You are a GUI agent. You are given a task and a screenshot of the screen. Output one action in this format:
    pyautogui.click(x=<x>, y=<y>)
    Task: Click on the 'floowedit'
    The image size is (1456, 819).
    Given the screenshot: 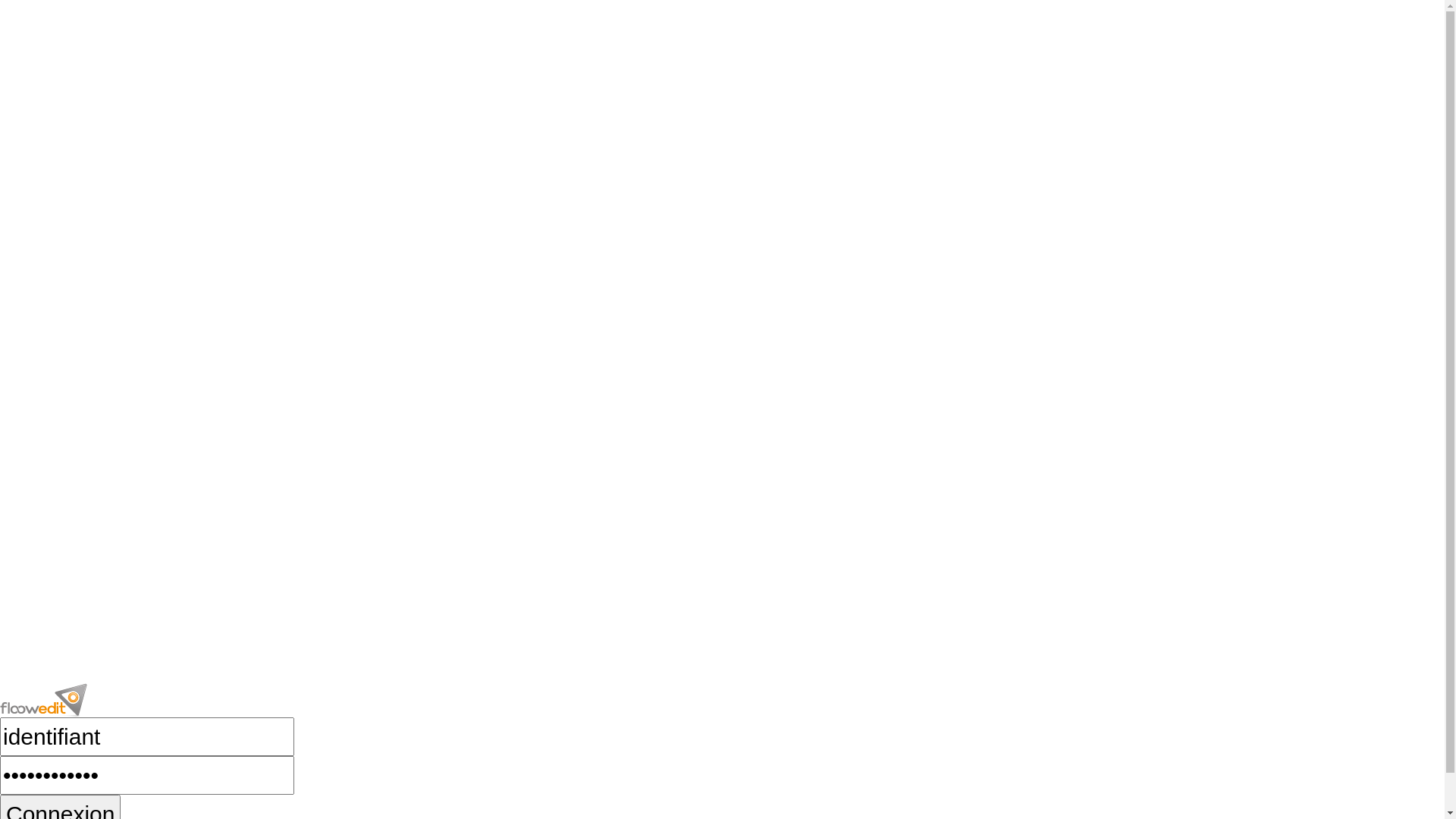 What is the action you would take?
    pyautogui.click(x=43, y=700)
    